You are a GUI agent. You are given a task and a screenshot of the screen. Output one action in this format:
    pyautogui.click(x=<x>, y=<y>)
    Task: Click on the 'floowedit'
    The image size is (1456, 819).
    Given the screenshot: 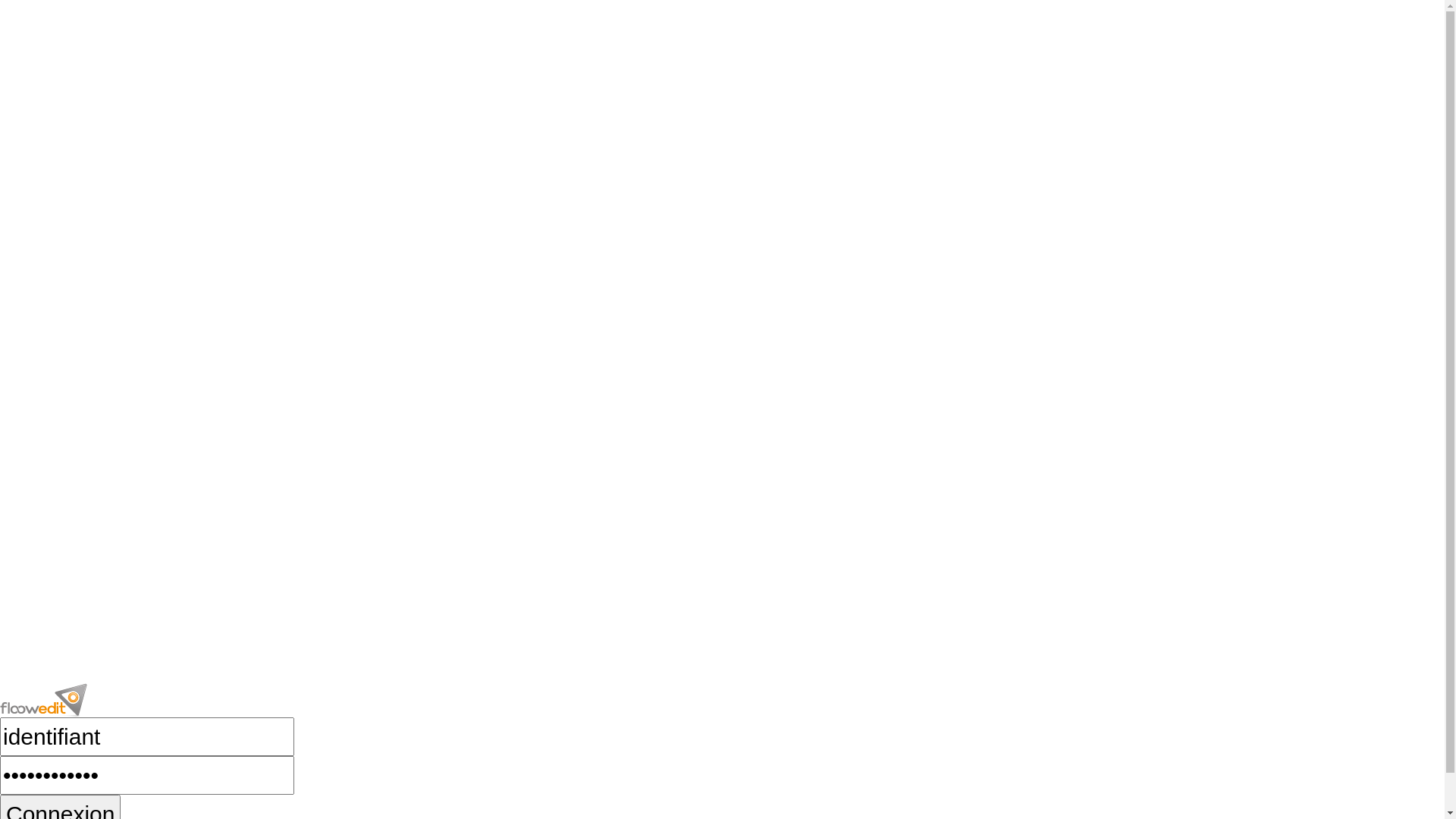 What is the action you would take?
    pyautogui.click(x=43, y=700)
    